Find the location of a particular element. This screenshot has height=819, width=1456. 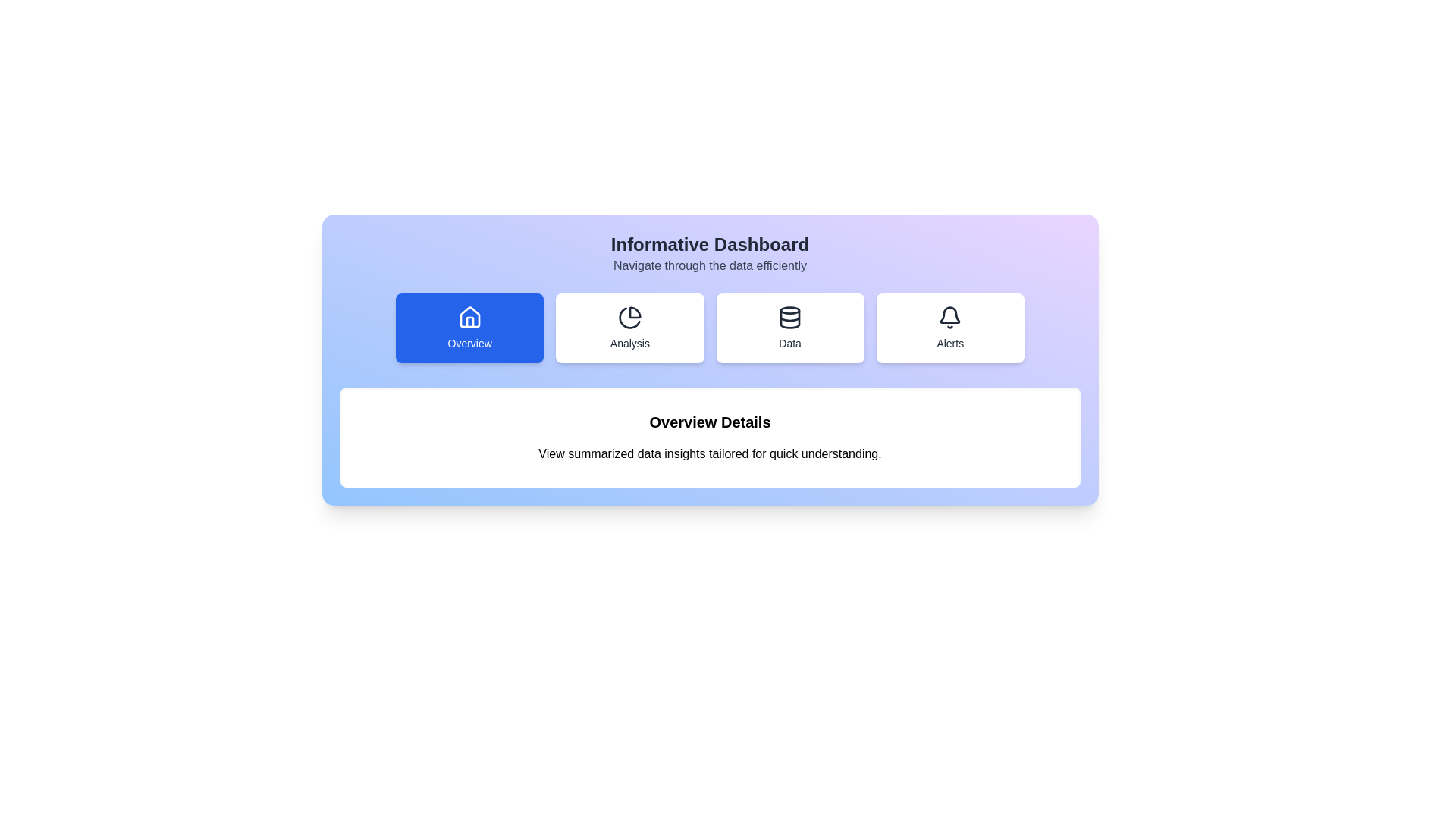

text of the label displaying 'Analysis', which is positioned below the pie chart icon in the second tile of the grid of navigation options is located at coordinates (629, 343).